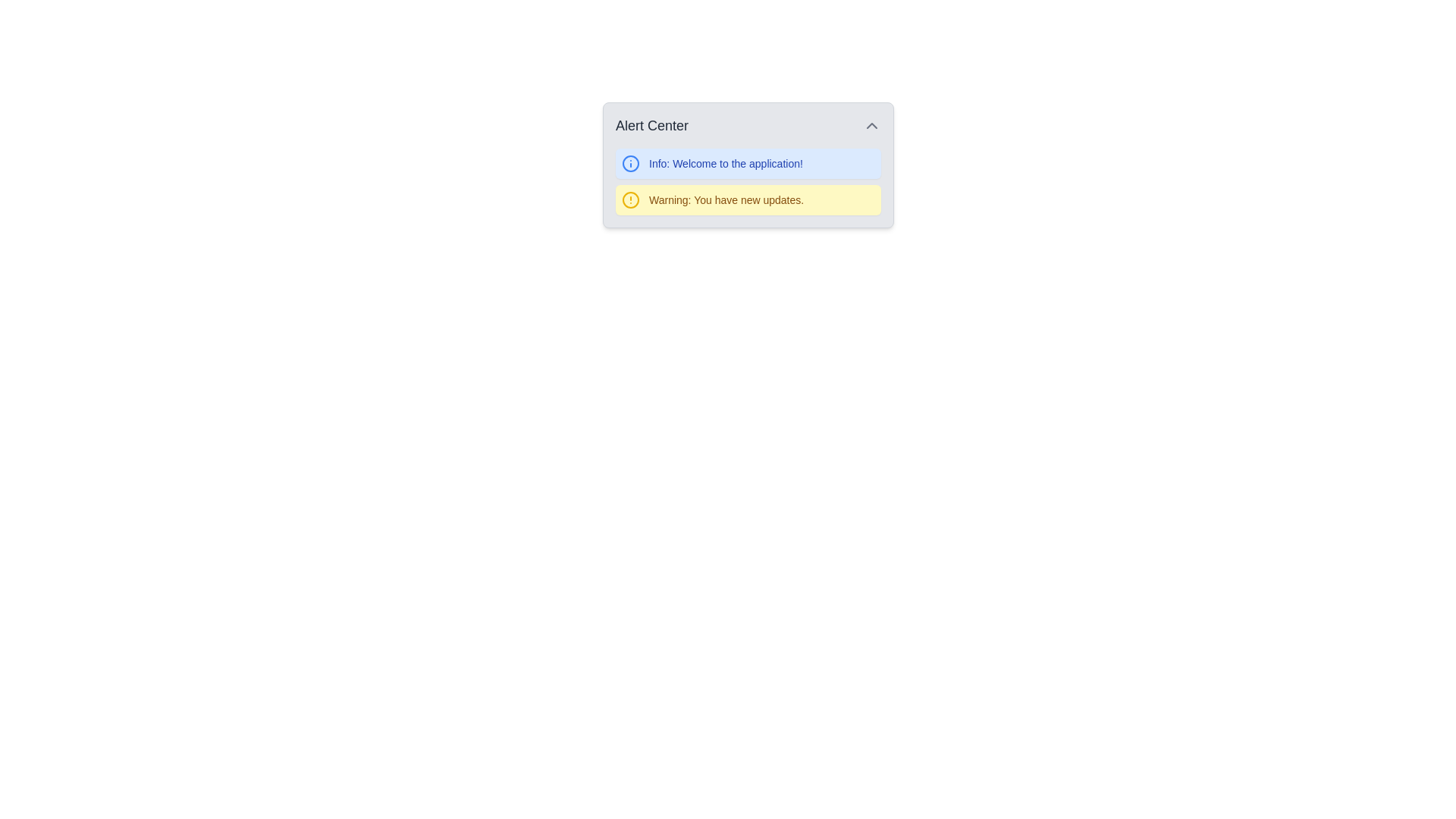 Image resolution: width=1456 pixels, height=819 pixels. I want to click on the SVG Circle Element that serves as the base of the informational alert icon, located to the left of the 'Info: Welcome to the application!' text in the alert center, so click(630, 164).